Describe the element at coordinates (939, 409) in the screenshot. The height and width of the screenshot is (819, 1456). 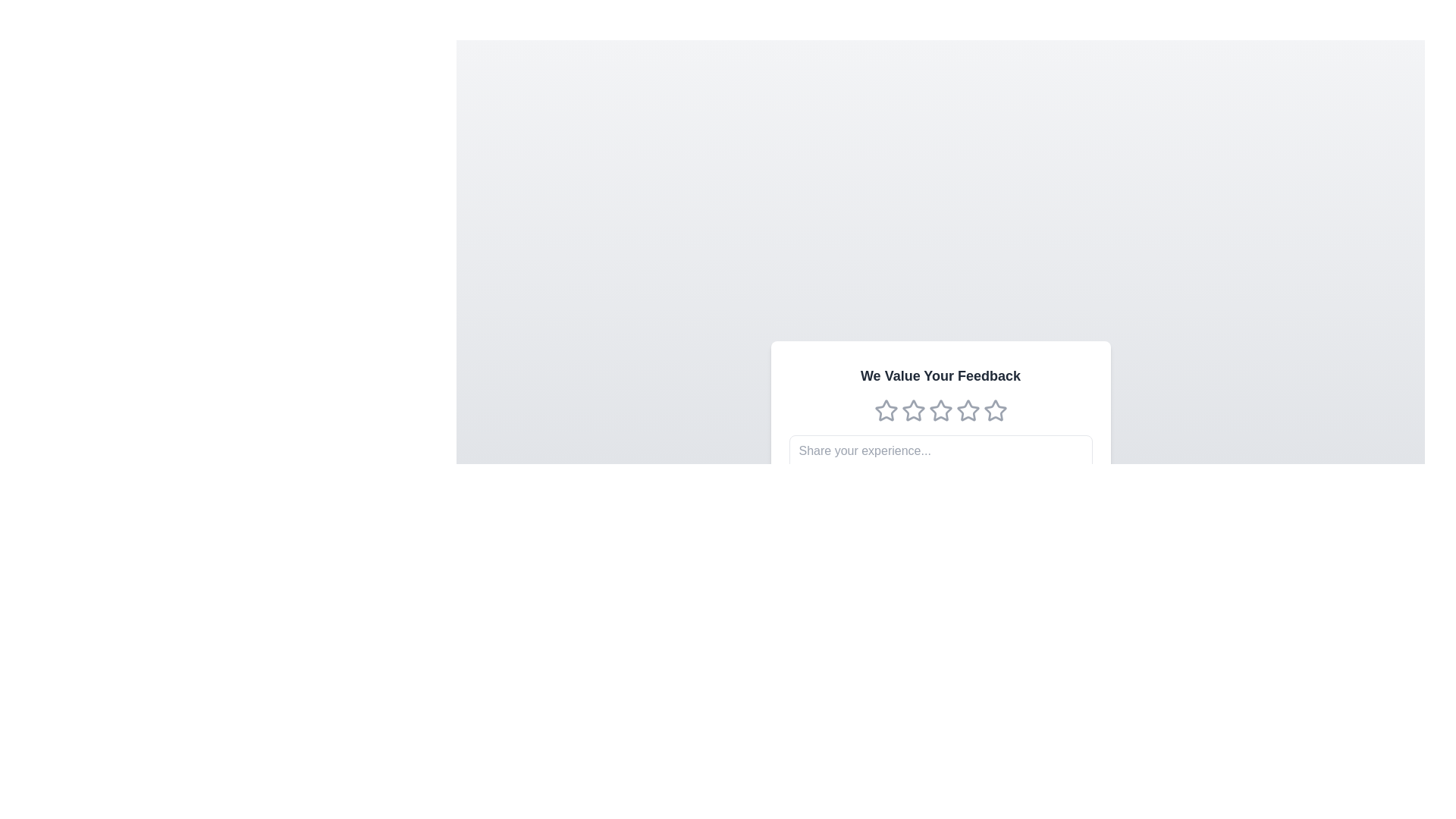
I see `the third star icon in the rating system` at that location.